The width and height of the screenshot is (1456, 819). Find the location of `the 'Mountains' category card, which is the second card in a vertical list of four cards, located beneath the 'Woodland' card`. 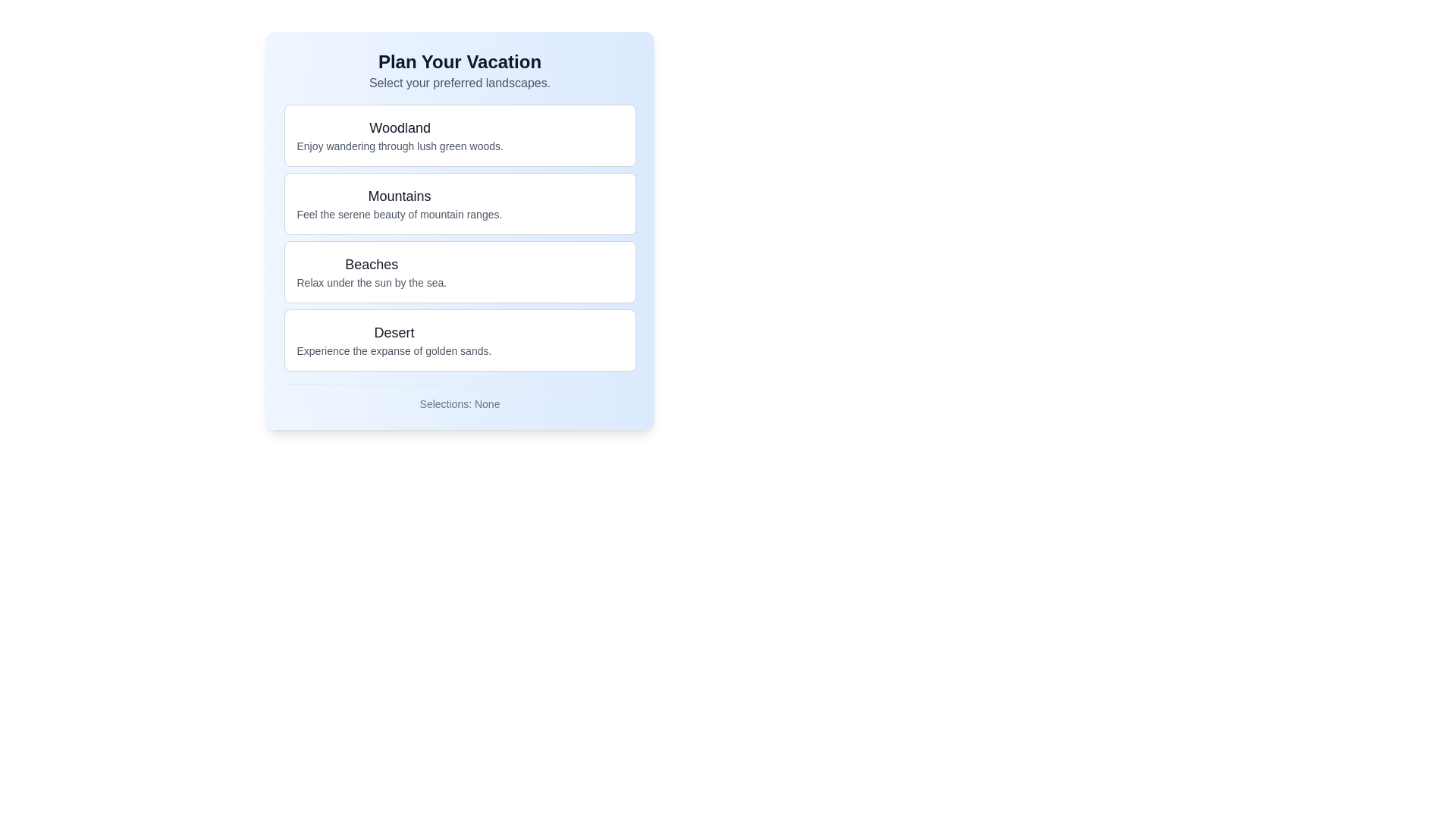

the 'Mountains' category card, which is the second card in a vertical list of four cards, located beneath the 'Woodland' card is located at coordinates (459, 203).